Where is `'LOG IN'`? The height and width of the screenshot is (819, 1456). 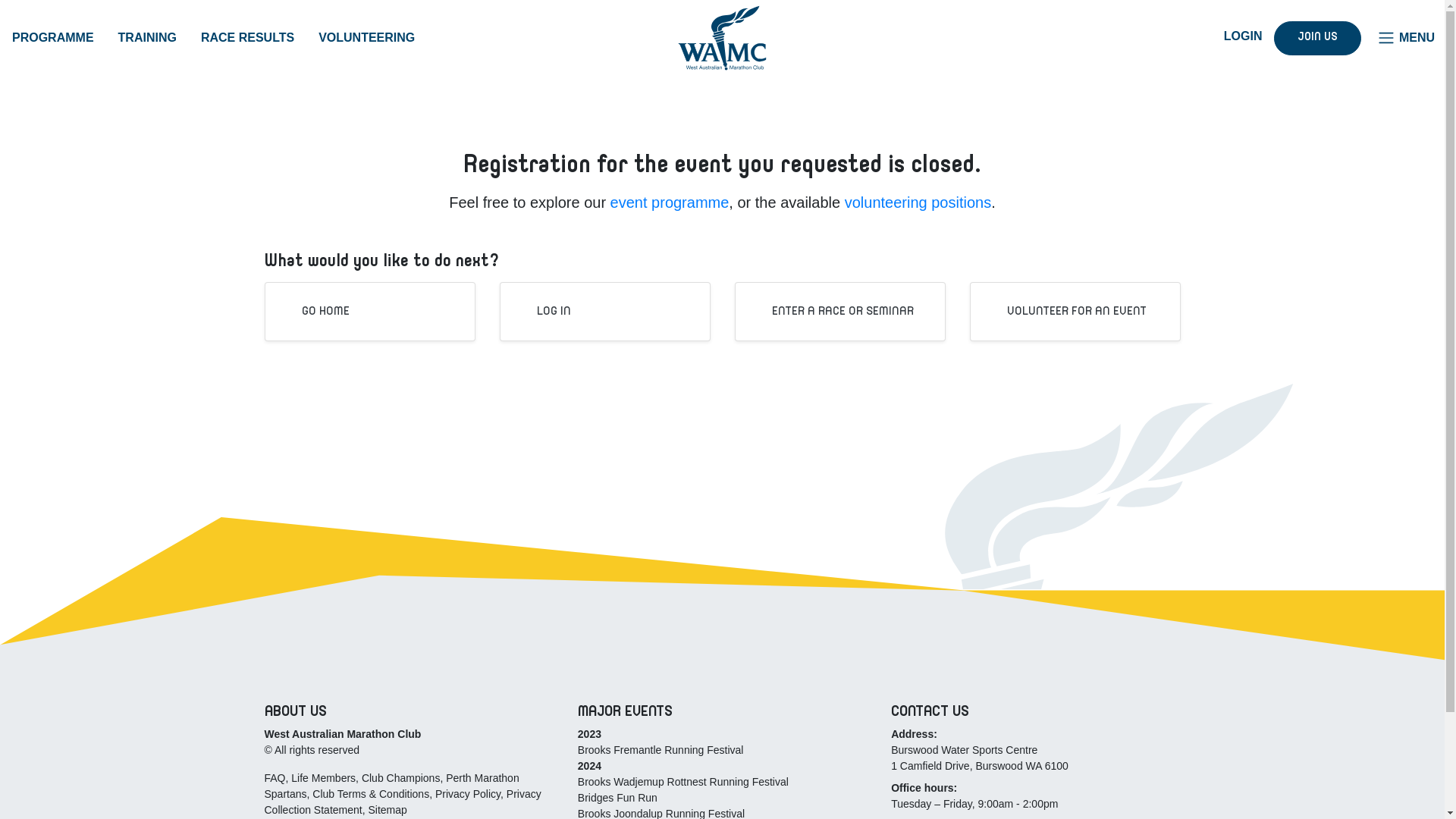 'LOG IN' is located at coordinates (543, 311).